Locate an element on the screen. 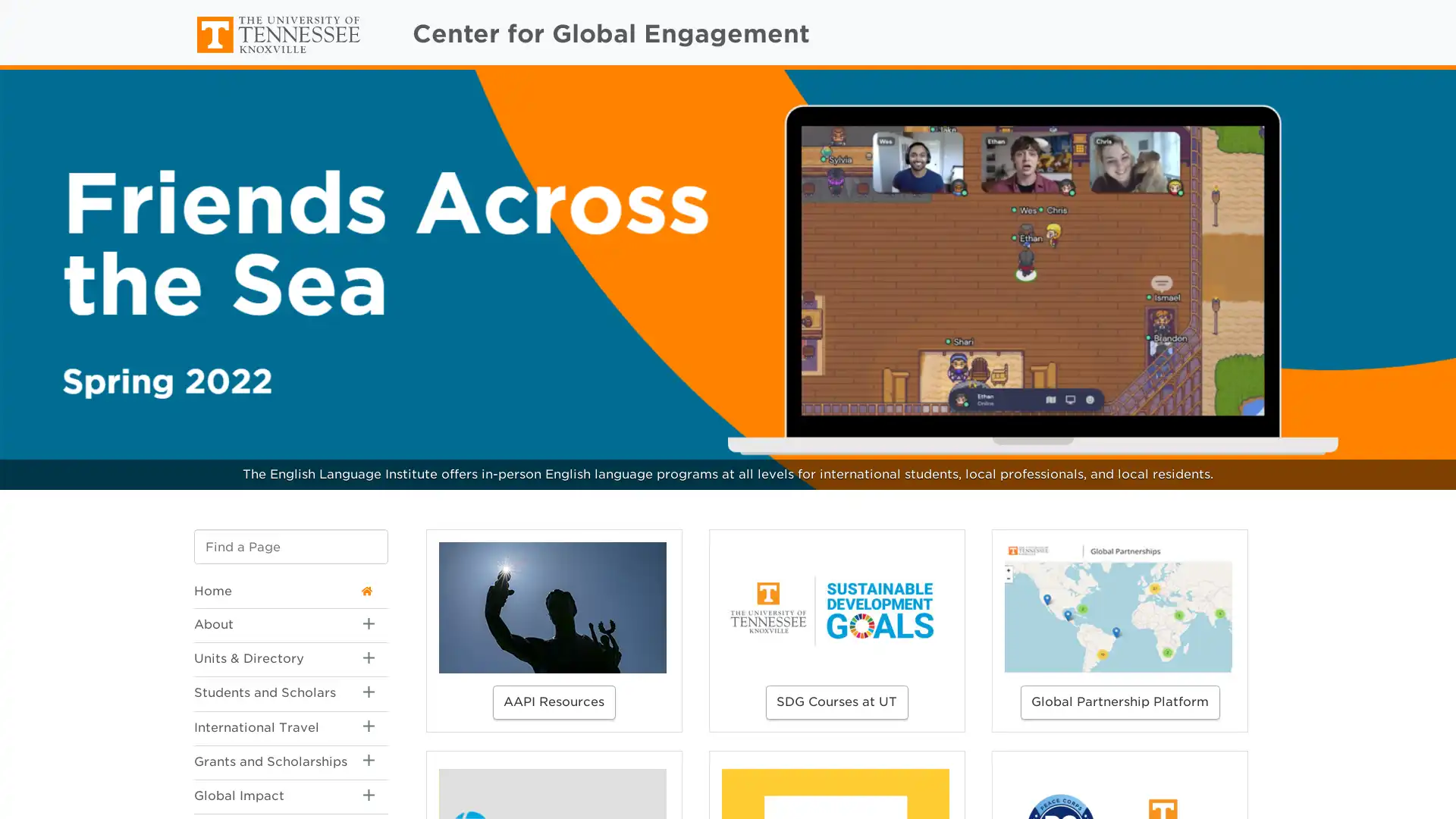 The height and width of the screenshot is (819, 1456). Toggle Sub Menu is located at coordinates (212, 726).